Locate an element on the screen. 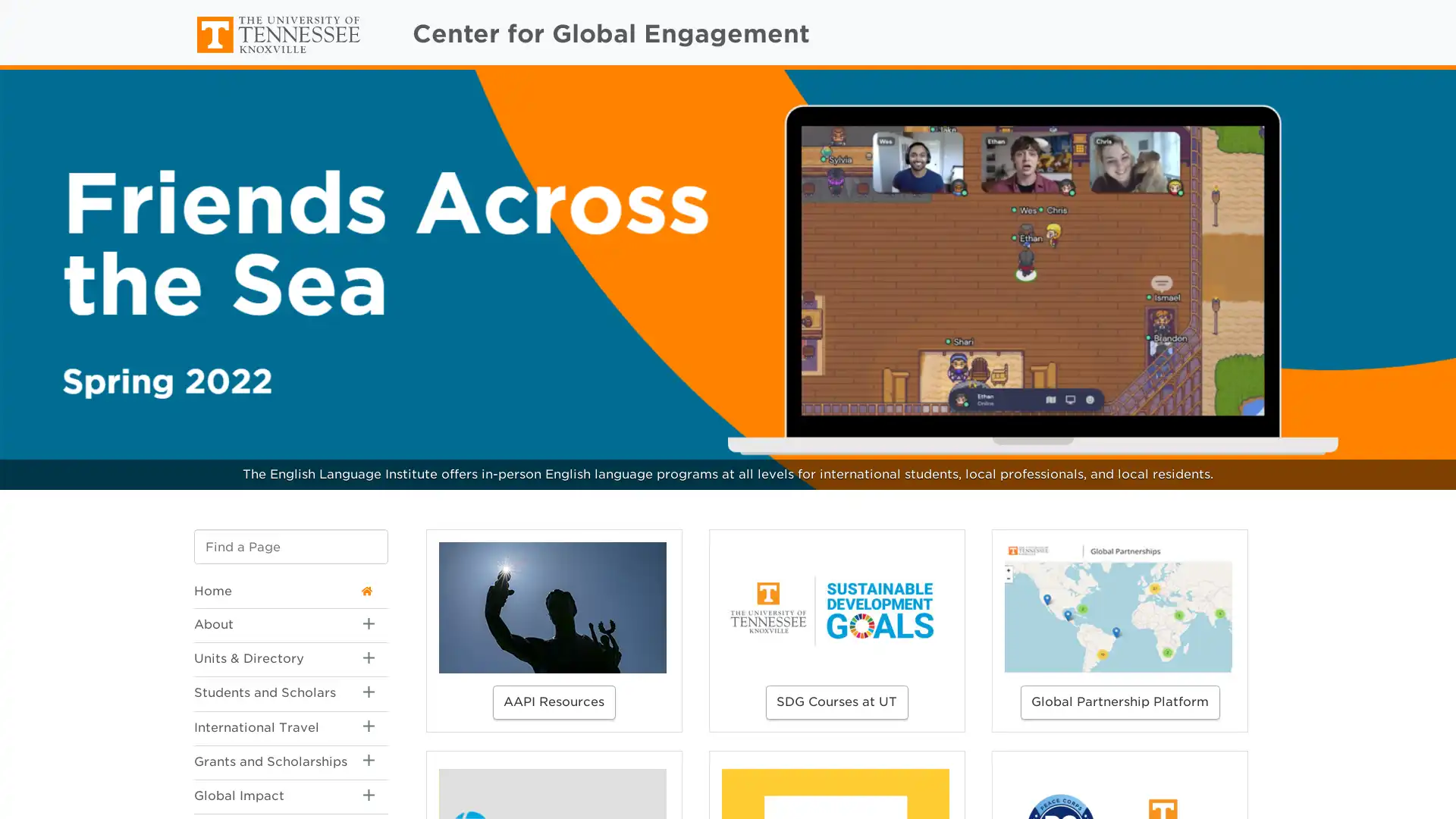 The height and width of the screenshot is (819, 1456). Toggle Sub Menu is located at coordinates (212, 726).